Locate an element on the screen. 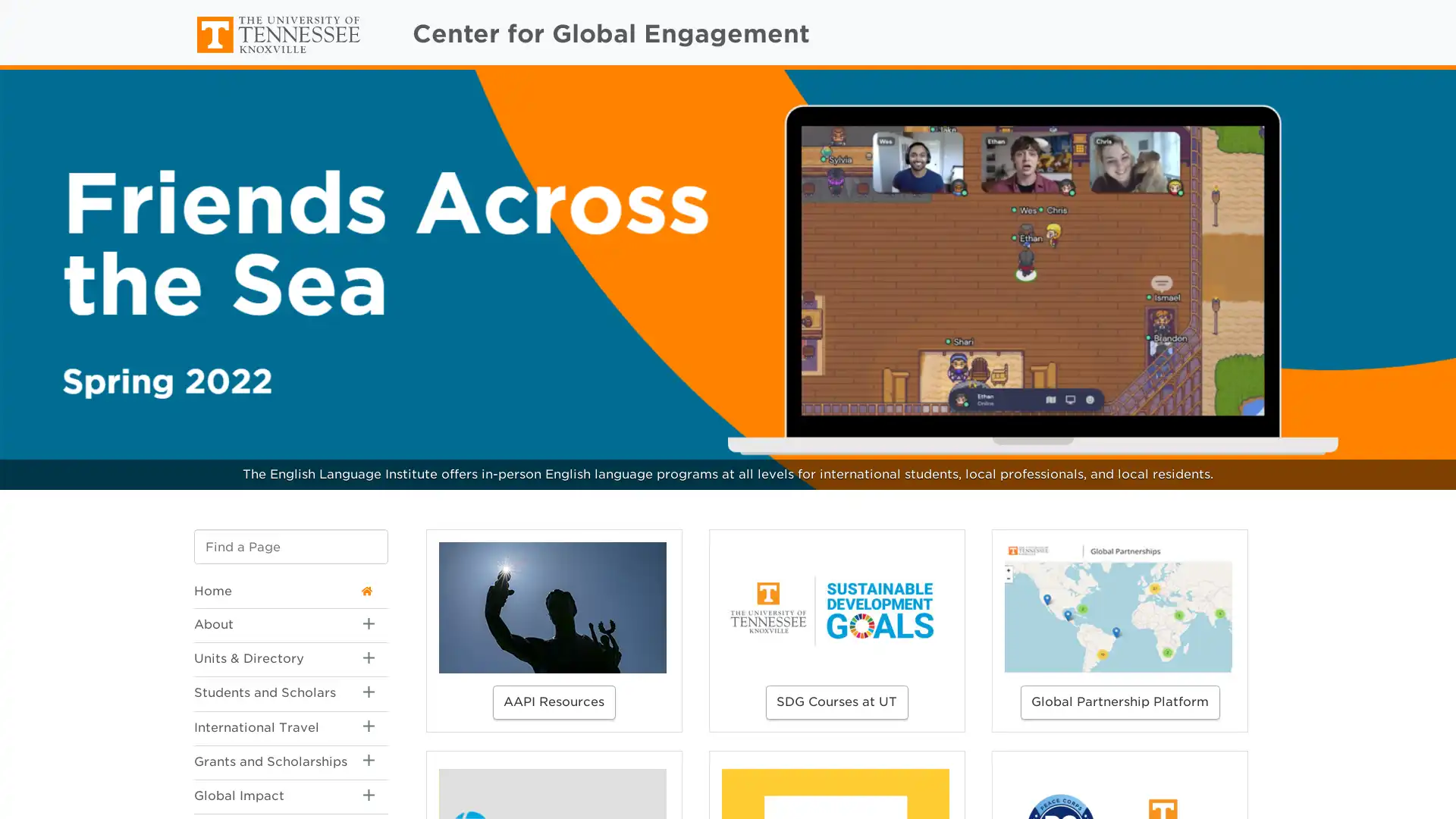 The height and width of the screenshot is (819, 1456). Toggle Sub Menu is located at coordinates (212, 726).